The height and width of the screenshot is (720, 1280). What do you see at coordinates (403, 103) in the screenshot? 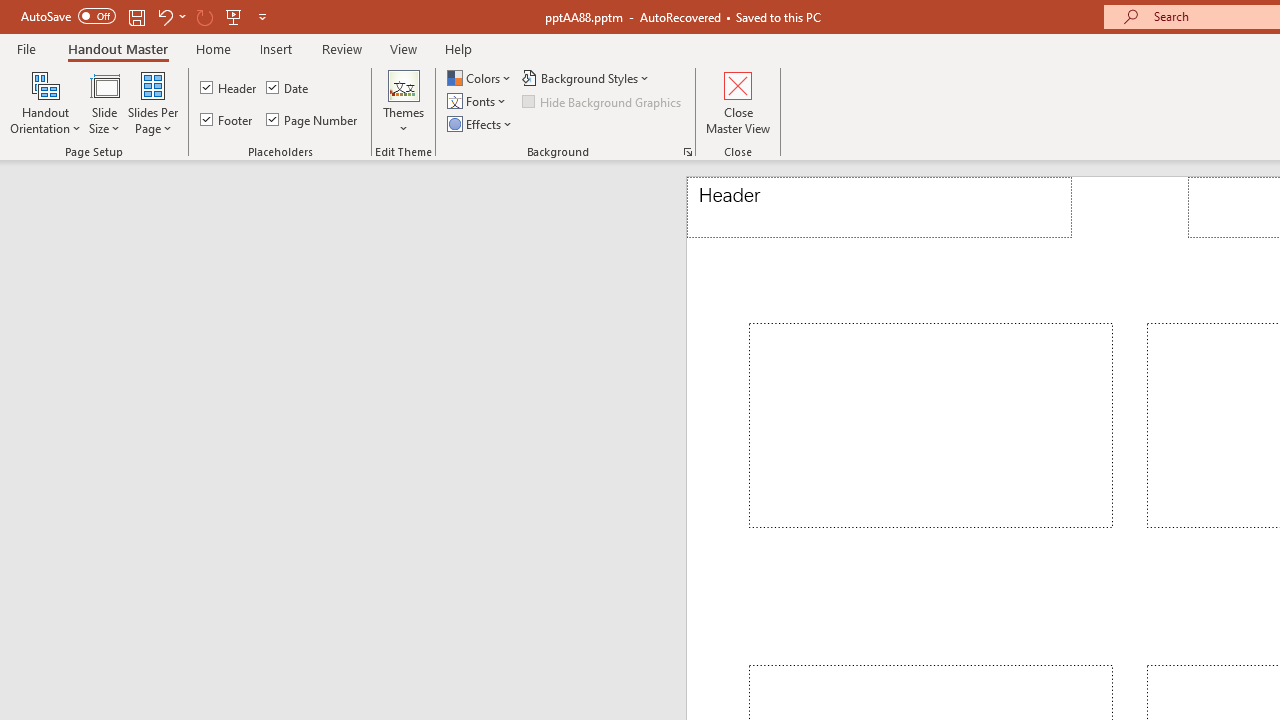
I see `'Themes'` at bounding box center [403, 103].